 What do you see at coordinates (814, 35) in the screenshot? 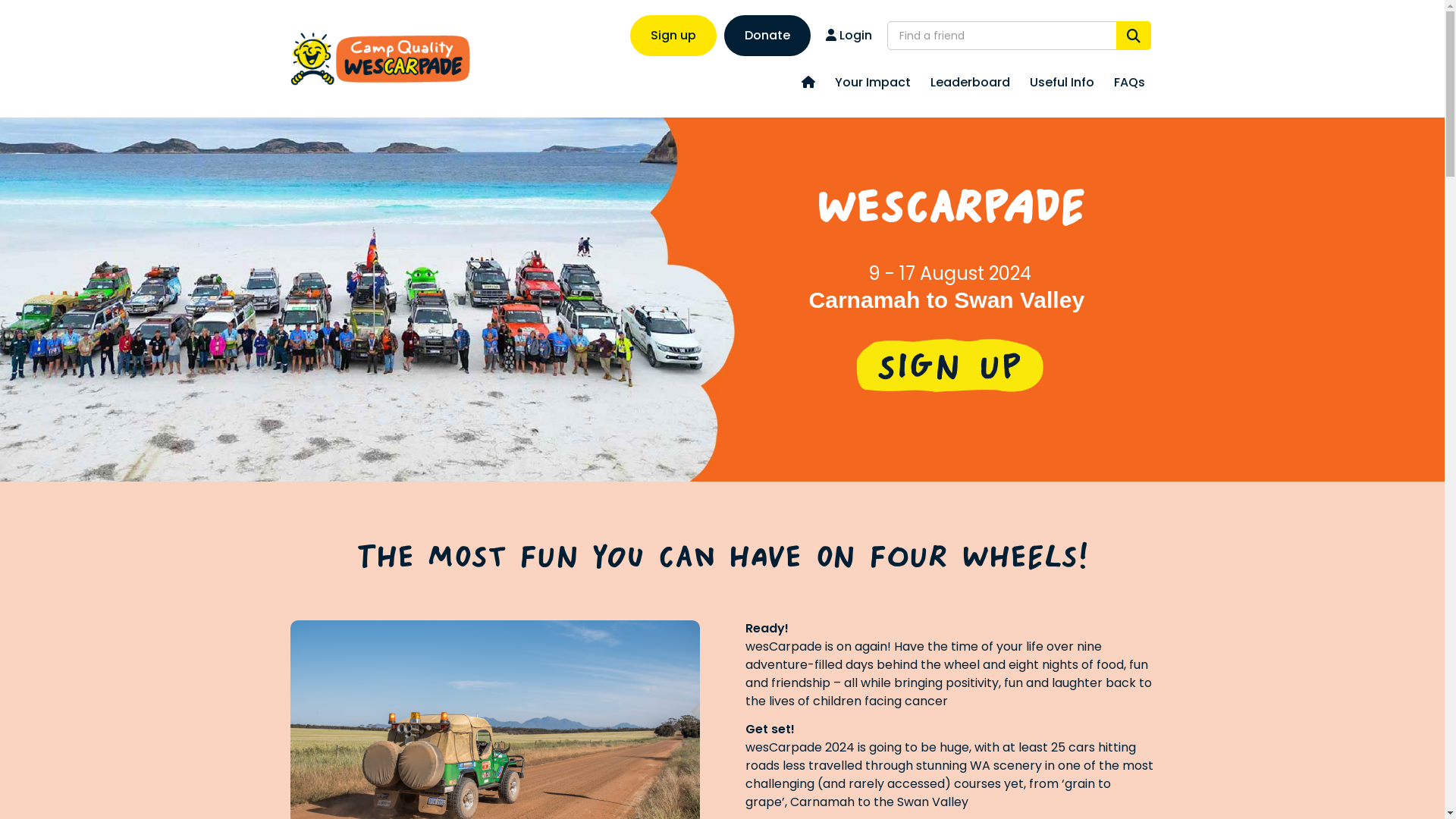
I see `'Login'` at bounding box center [814, 35].